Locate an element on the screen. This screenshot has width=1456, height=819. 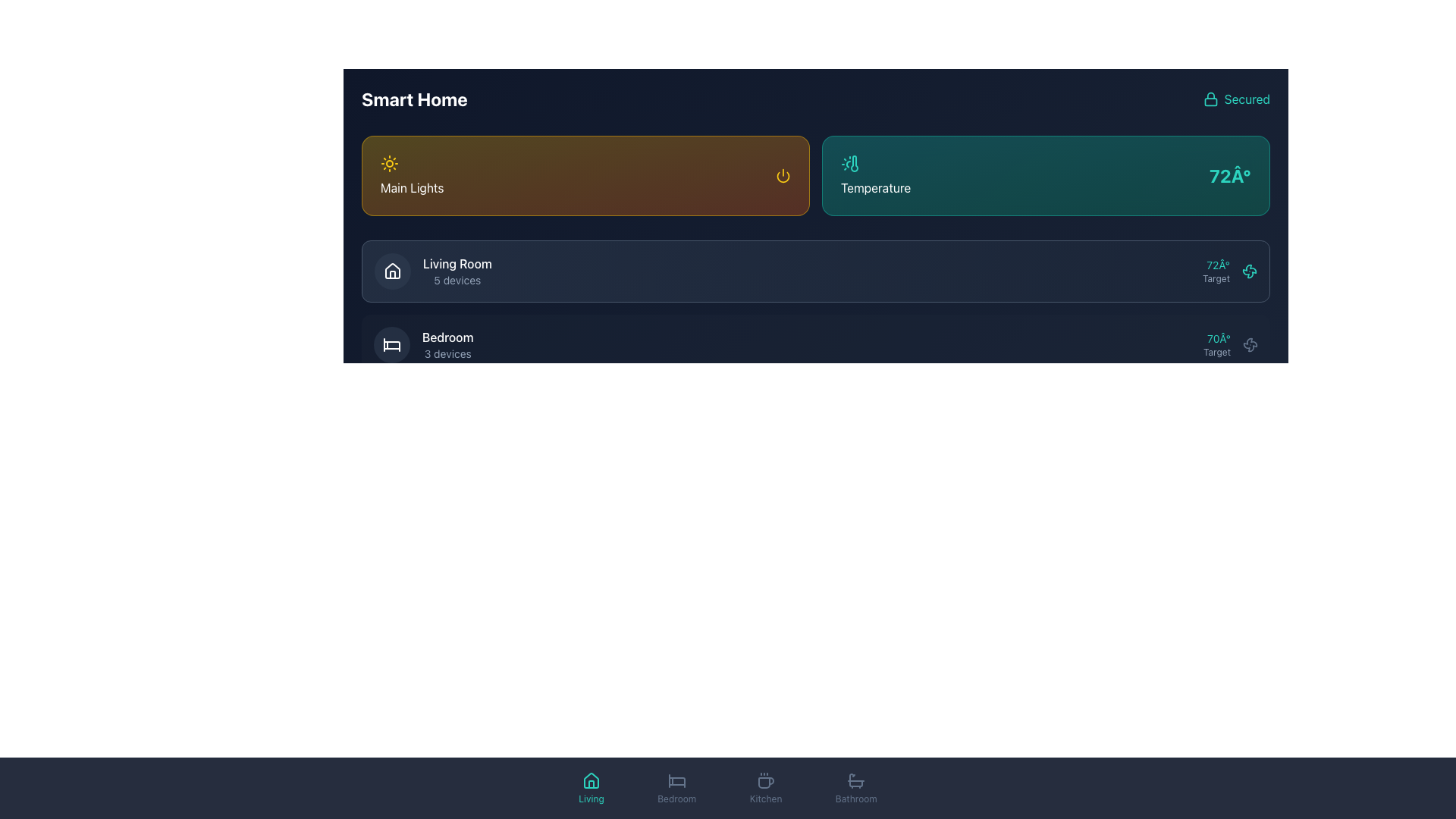
text content element titled 'Living Room' with a subtitle '5 devices', which is centrally positioned in the second row of the list, between 'Main Lights' and 'Bedroom' is located at coordinates (457, 271).